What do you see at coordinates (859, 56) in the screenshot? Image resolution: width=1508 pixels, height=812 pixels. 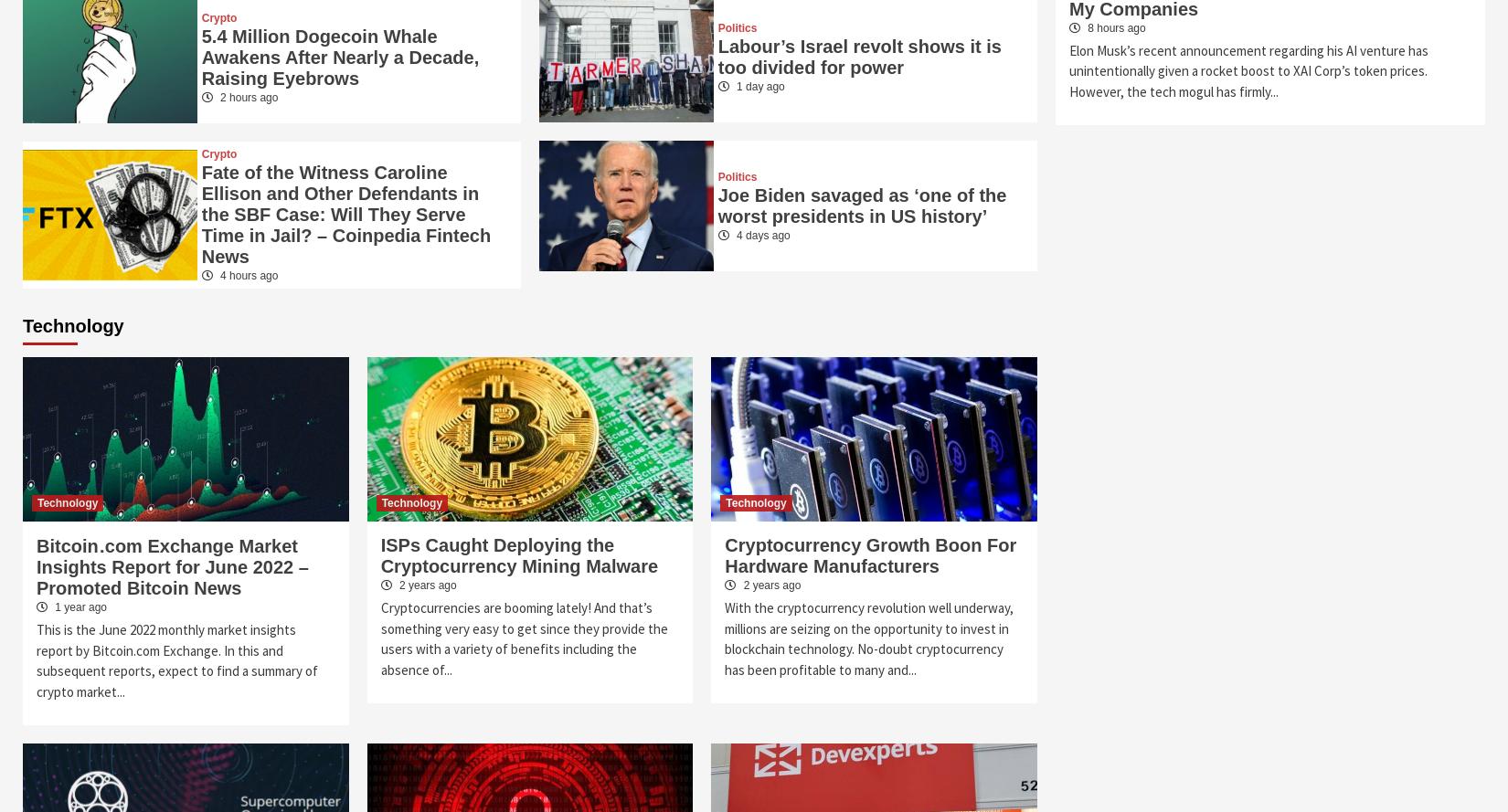 I see `'Labour’s Israel revolt shows it is too divided for power'` at bounding box center [859, 56].